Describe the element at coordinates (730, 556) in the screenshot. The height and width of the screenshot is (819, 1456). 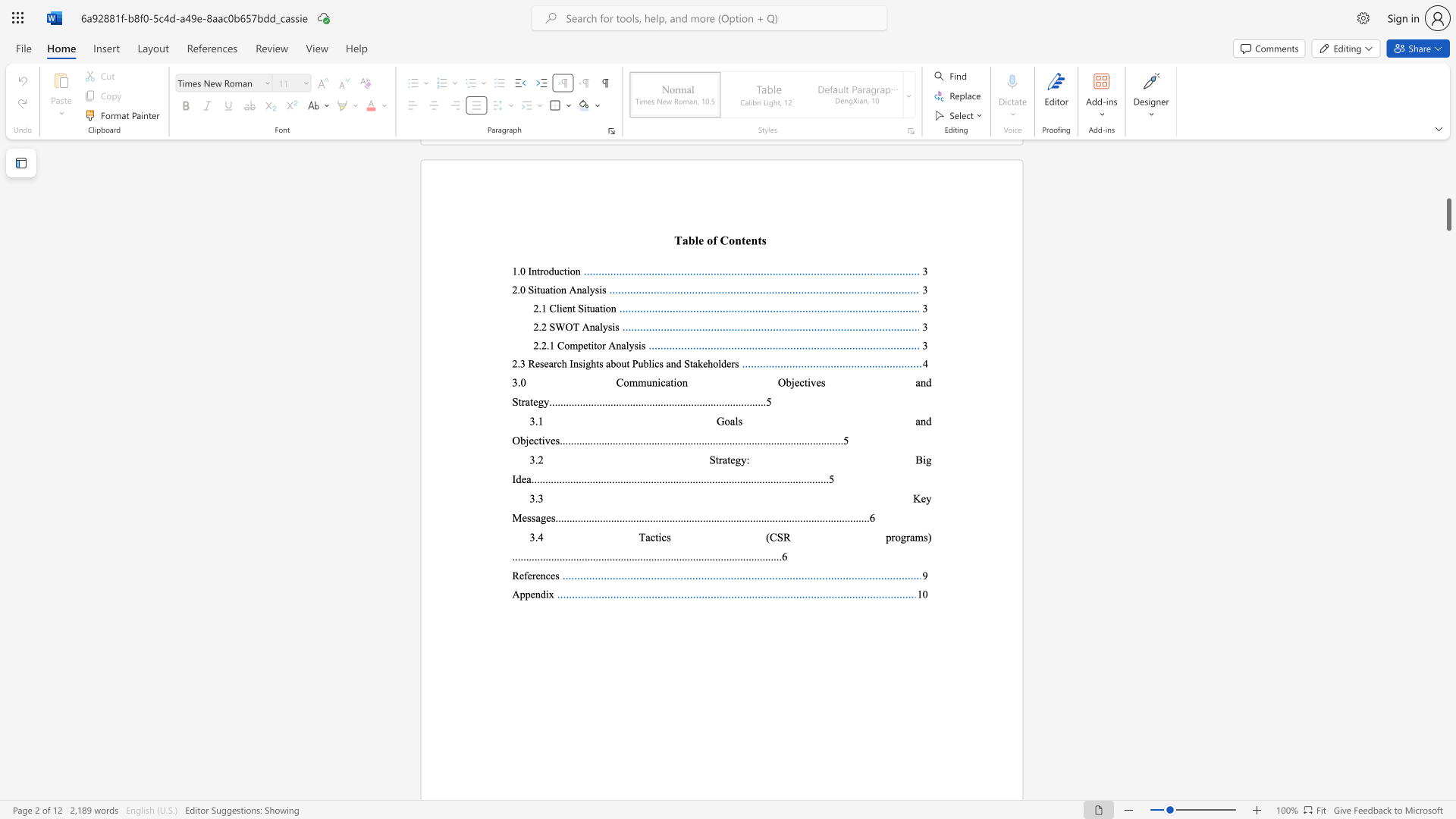
I see `the 79th character "." in the text` at that location.